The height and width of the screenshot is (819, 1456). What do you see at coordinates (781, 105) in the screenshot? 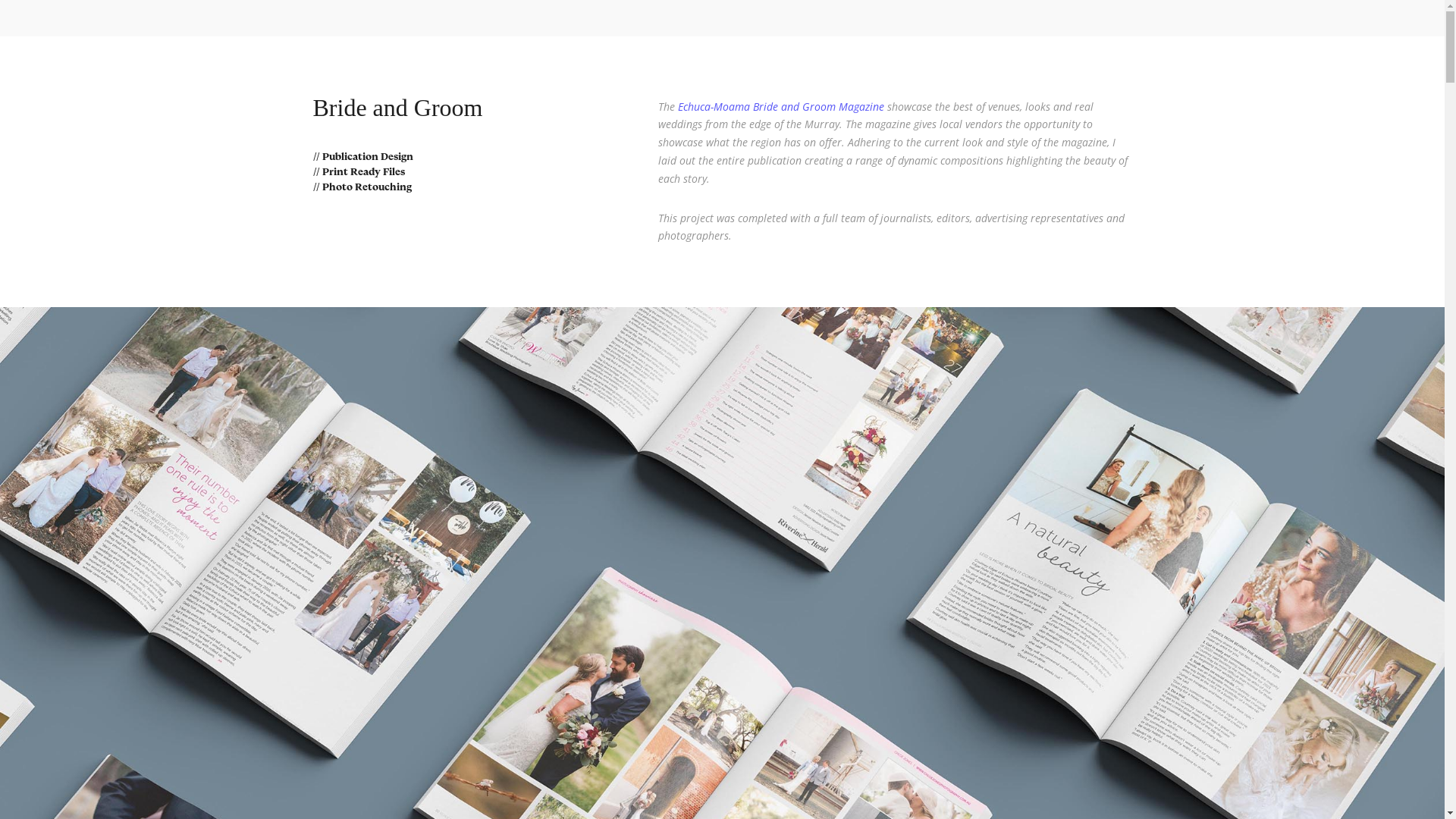
I see `'Echuca-Moama Bride and Groom Magazine'` at bounding box center [781, 105].